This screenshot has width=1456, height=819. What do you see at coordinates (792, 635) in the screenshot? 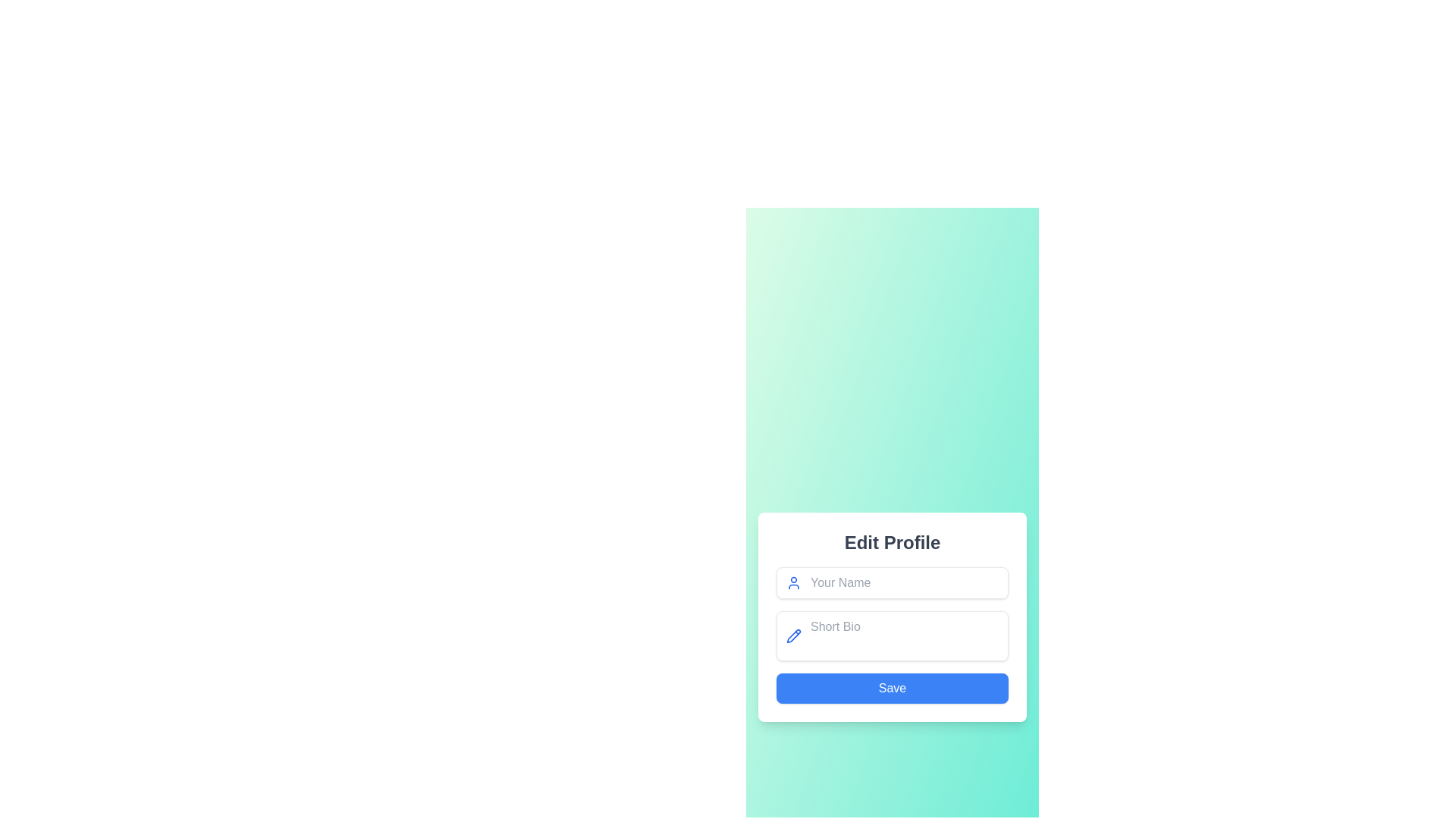
I see `the decorative pencil icon element located to the left of the 'Short Bio' input field in the 'Edit Profile' form, specifically near the bottom of the pencil shape` at bounding box center [792, 635].